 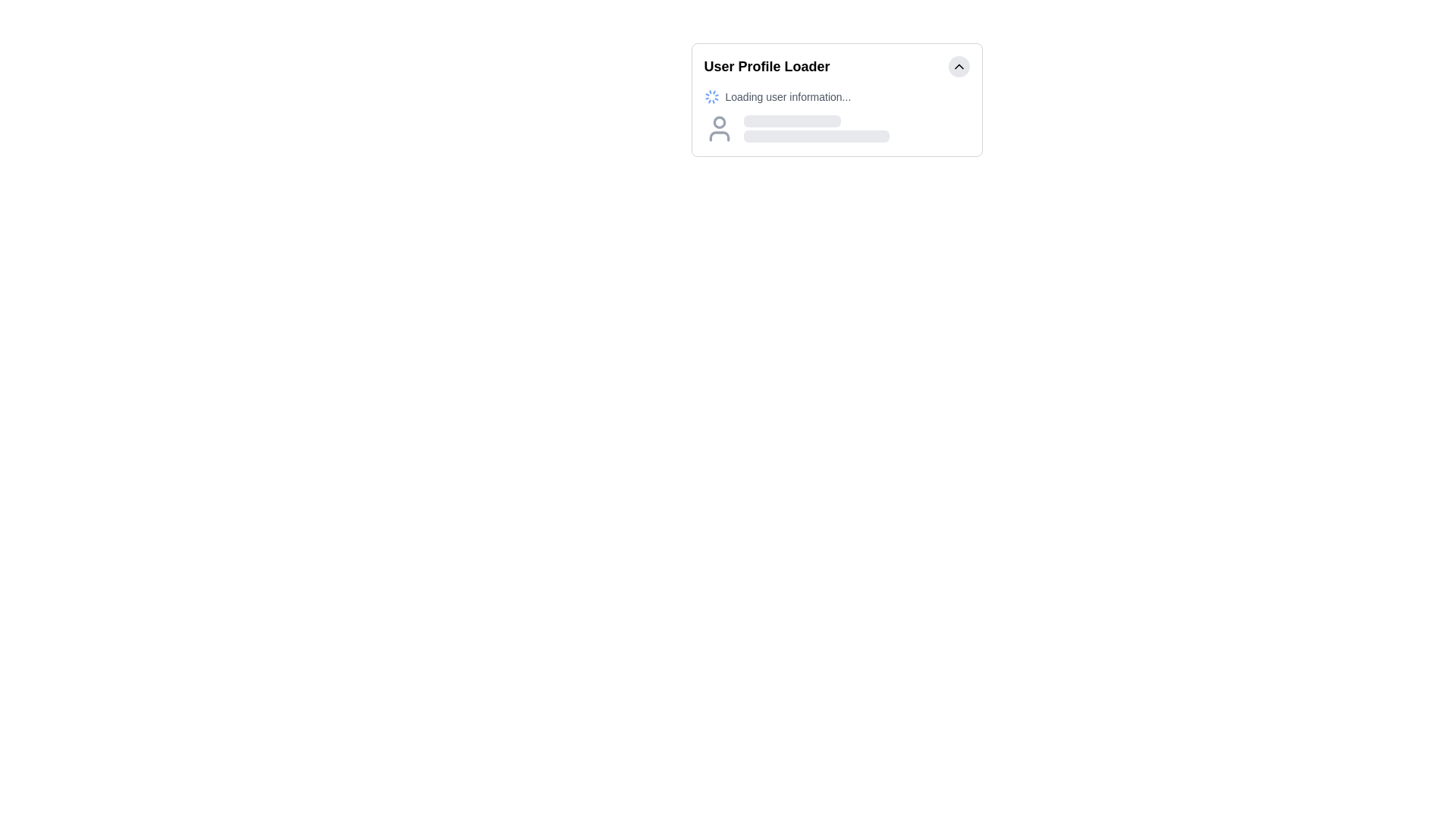 What do you see at coordinates (958, 66) in the screenshot?
I see `the circular button containing the Chevron Up icon located at the top-right corner of the 'User Profile Loader' card` at bounding box center [958, 66].